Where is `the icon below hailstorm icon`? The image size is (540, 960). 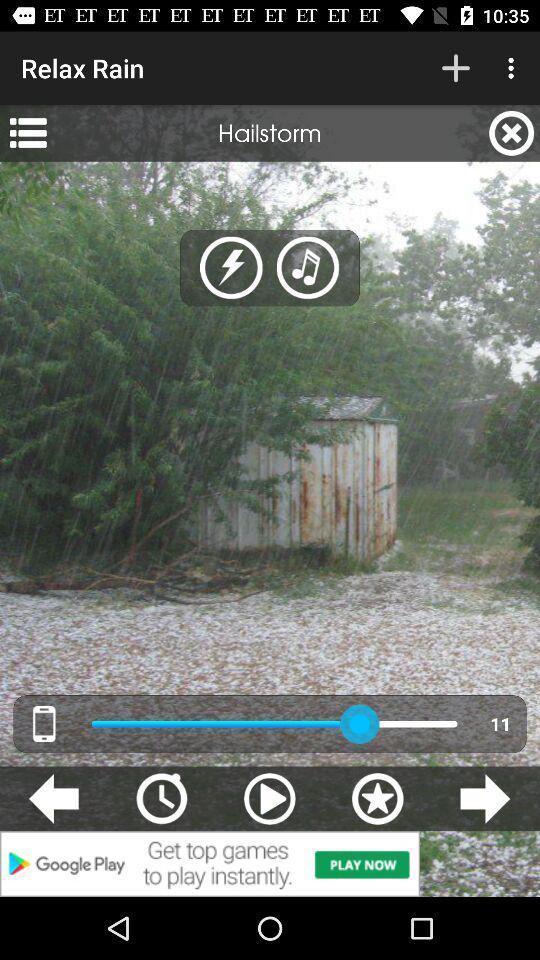
the icon below hailstorm icon is located at coordinates (230, 267).